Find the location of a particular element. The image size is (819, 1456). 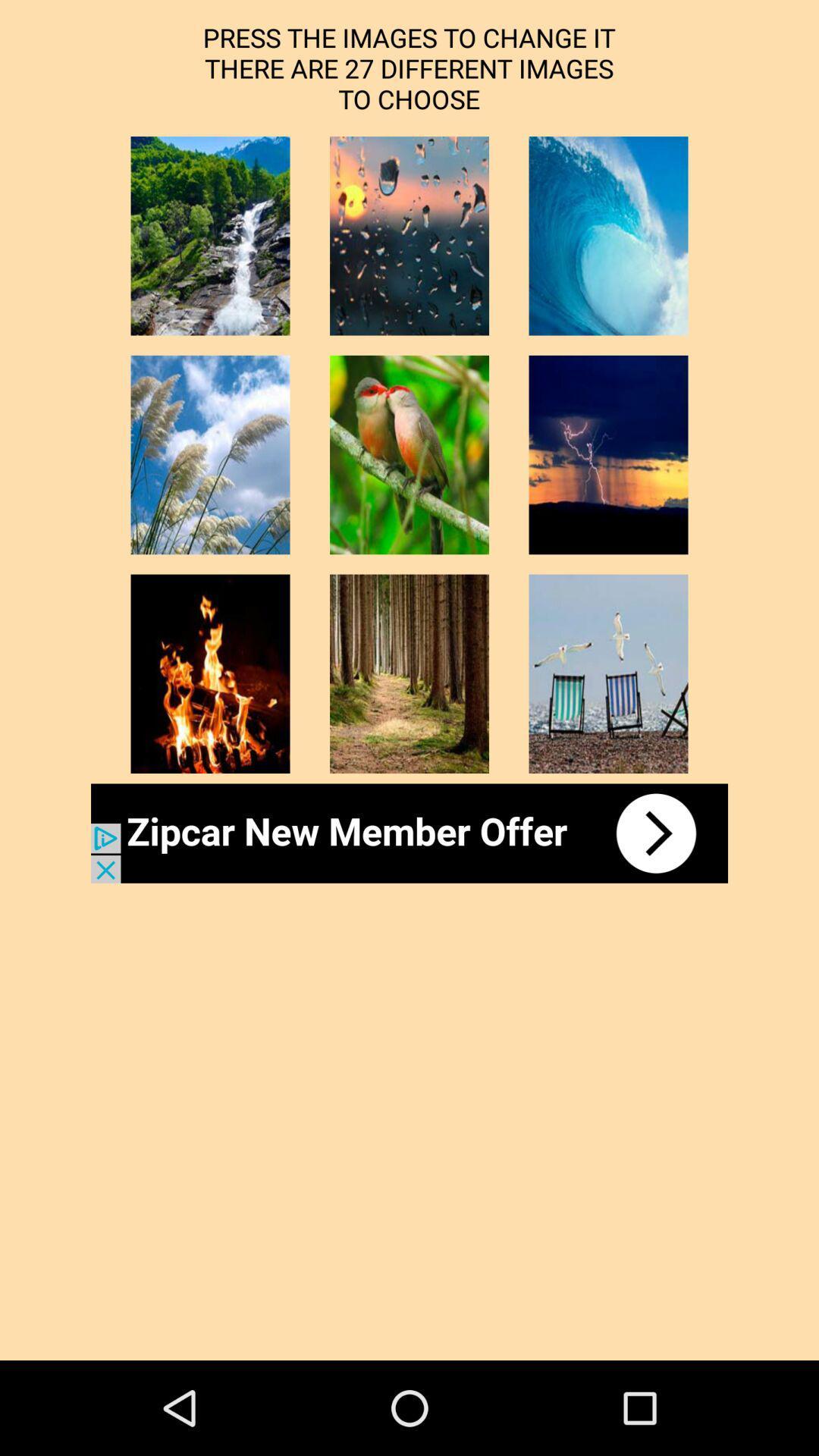

thumbnail is located at coordinates (210, 454).